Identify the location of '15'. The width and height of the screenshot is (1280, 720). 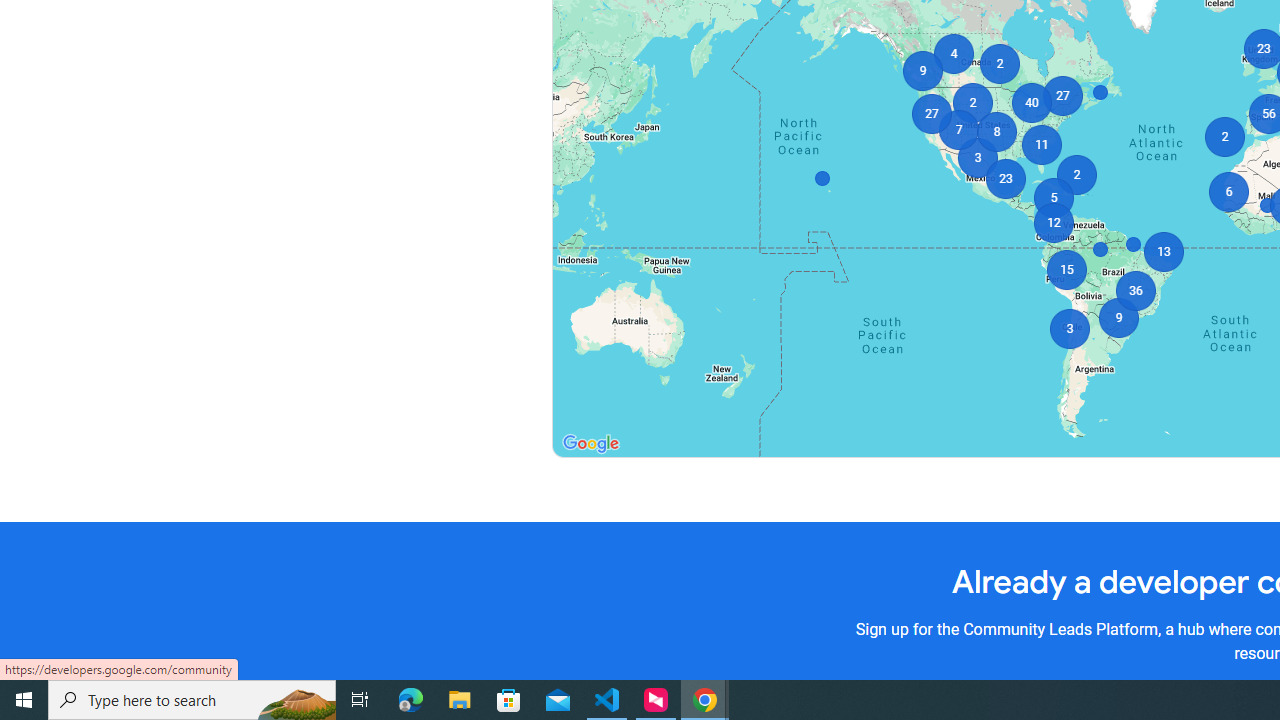
(1065, 270).